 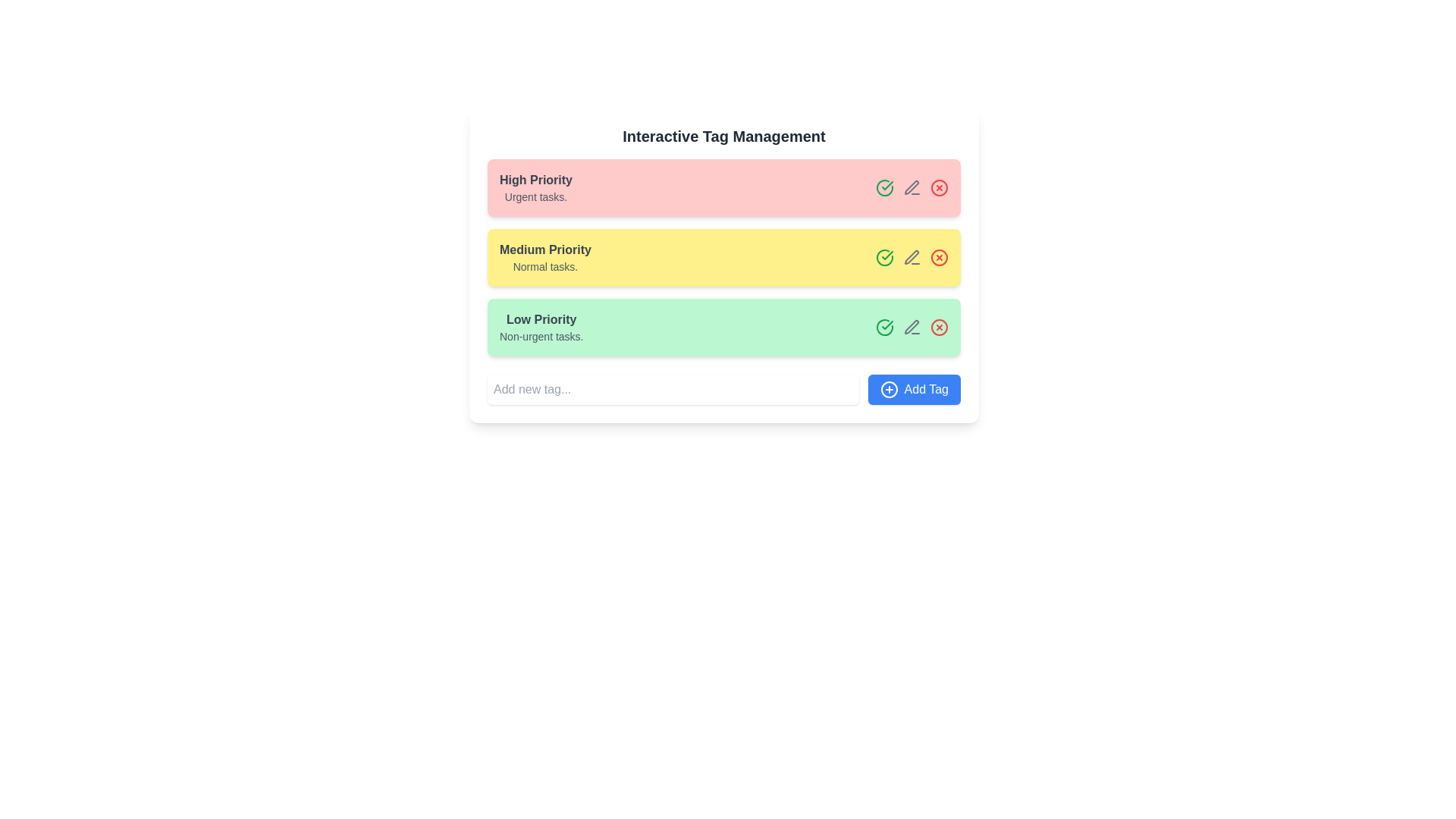 I want to click on the interactive icon located within the blue 'Add Tag' button at the bottom-right section of the interface, so click(x=889, y=388).